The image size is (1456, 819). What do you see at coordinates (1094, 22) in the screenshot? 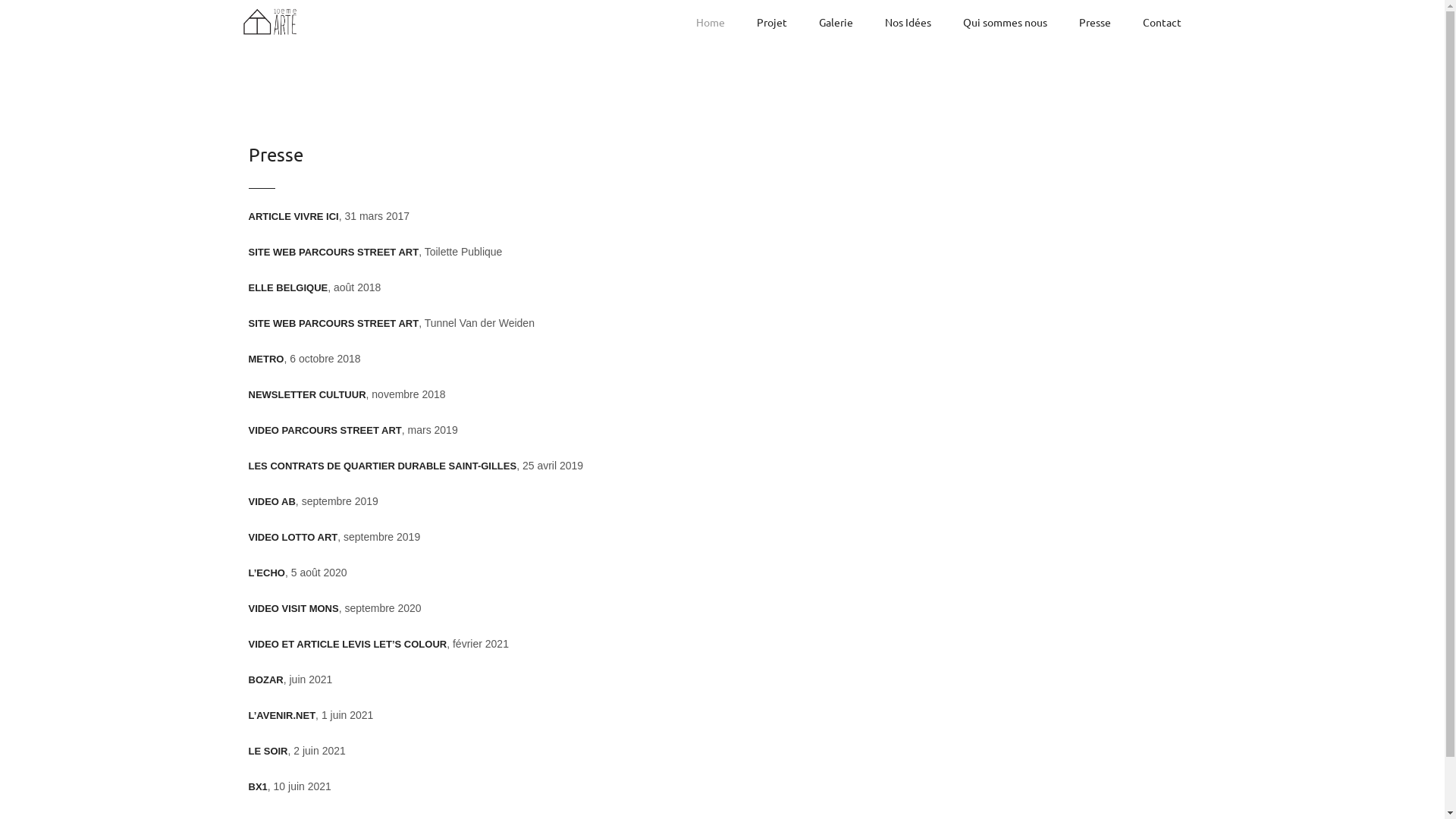
I see `'Presse'` at bounding box center [1094, 22].